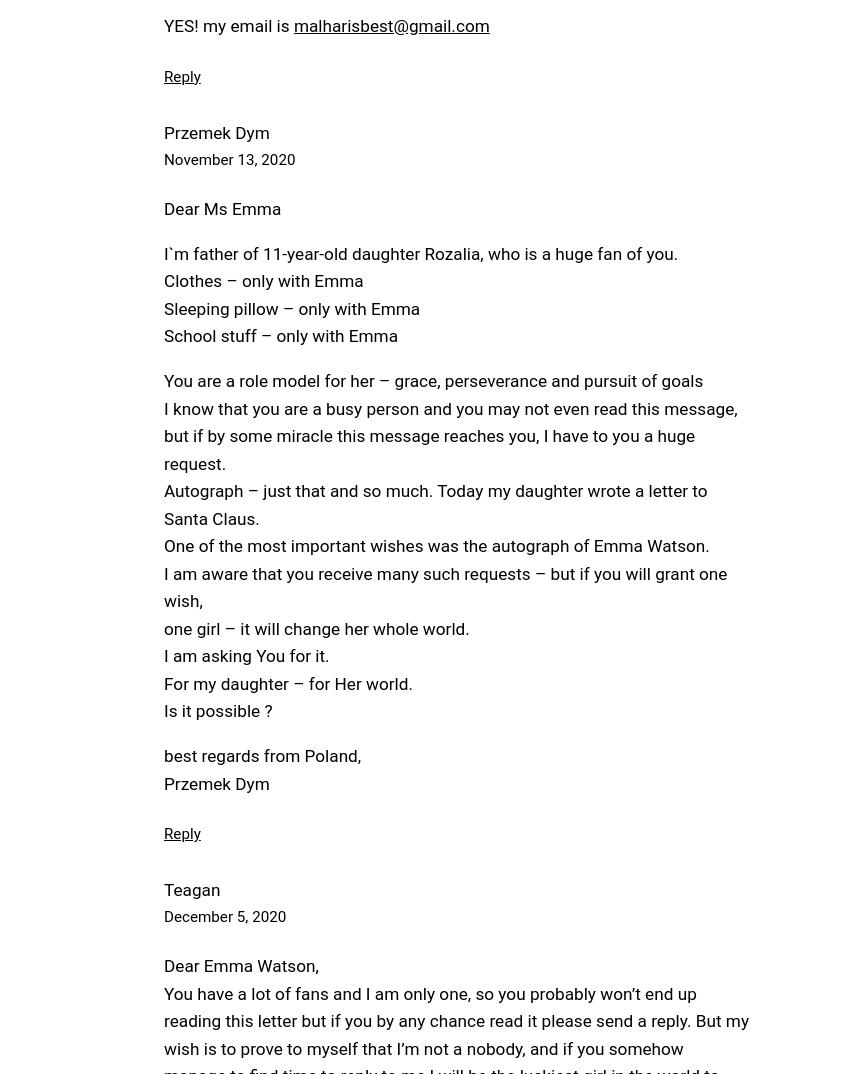 The width and height of the screenshot is (850, 1074). What do you see at coordinates (280, 334) in the screenshot?
I see `'School stuff – only with Emma'` at bounding box center [280, 334].